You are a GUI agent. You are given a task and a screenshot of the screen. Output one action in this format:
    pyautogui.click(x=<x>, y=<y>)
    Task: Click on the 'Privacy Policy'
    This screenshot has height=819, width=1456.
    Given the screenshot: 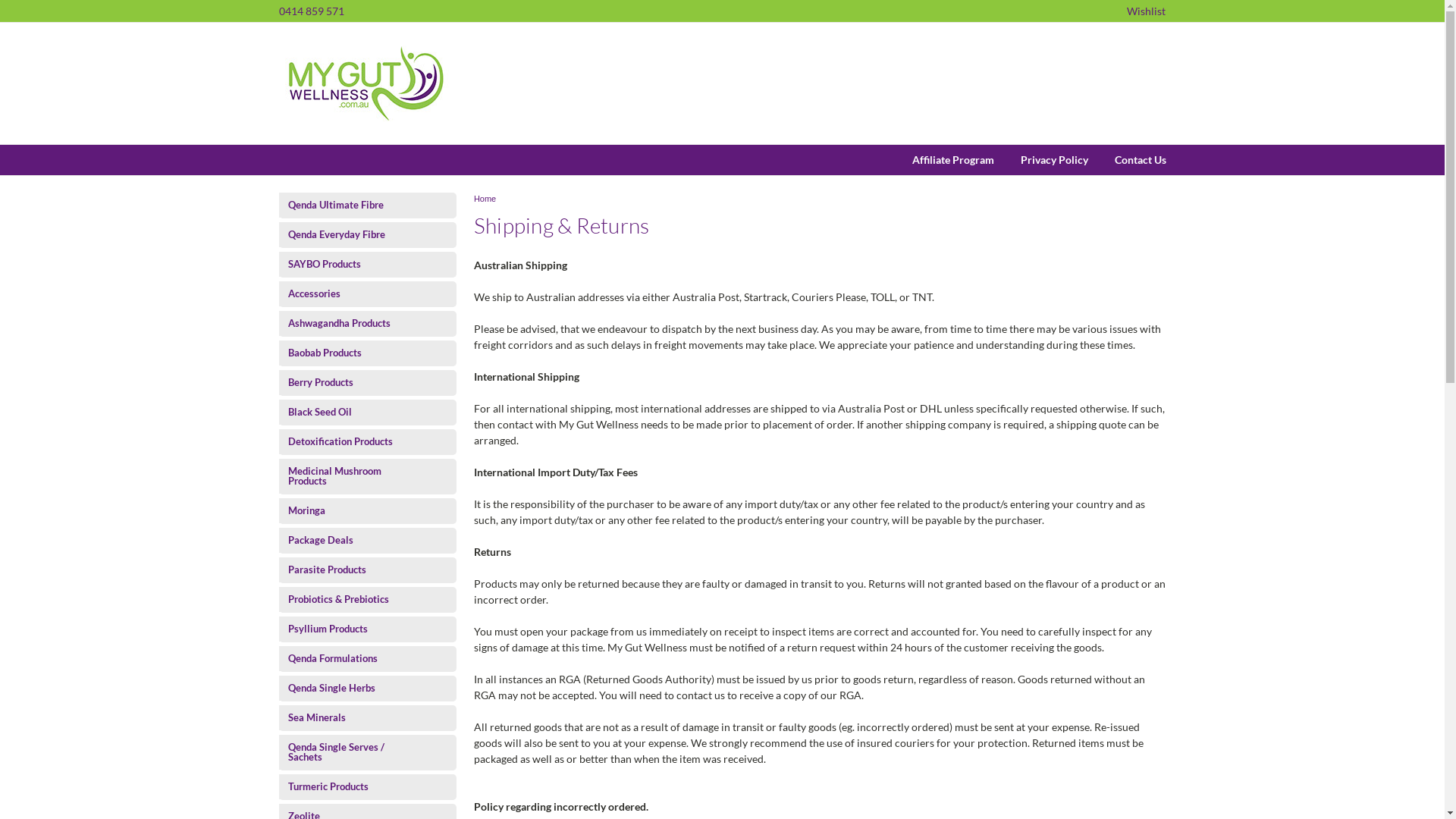 What is the action you would take?
    pyautogui.click(x=1040, y=160)
    